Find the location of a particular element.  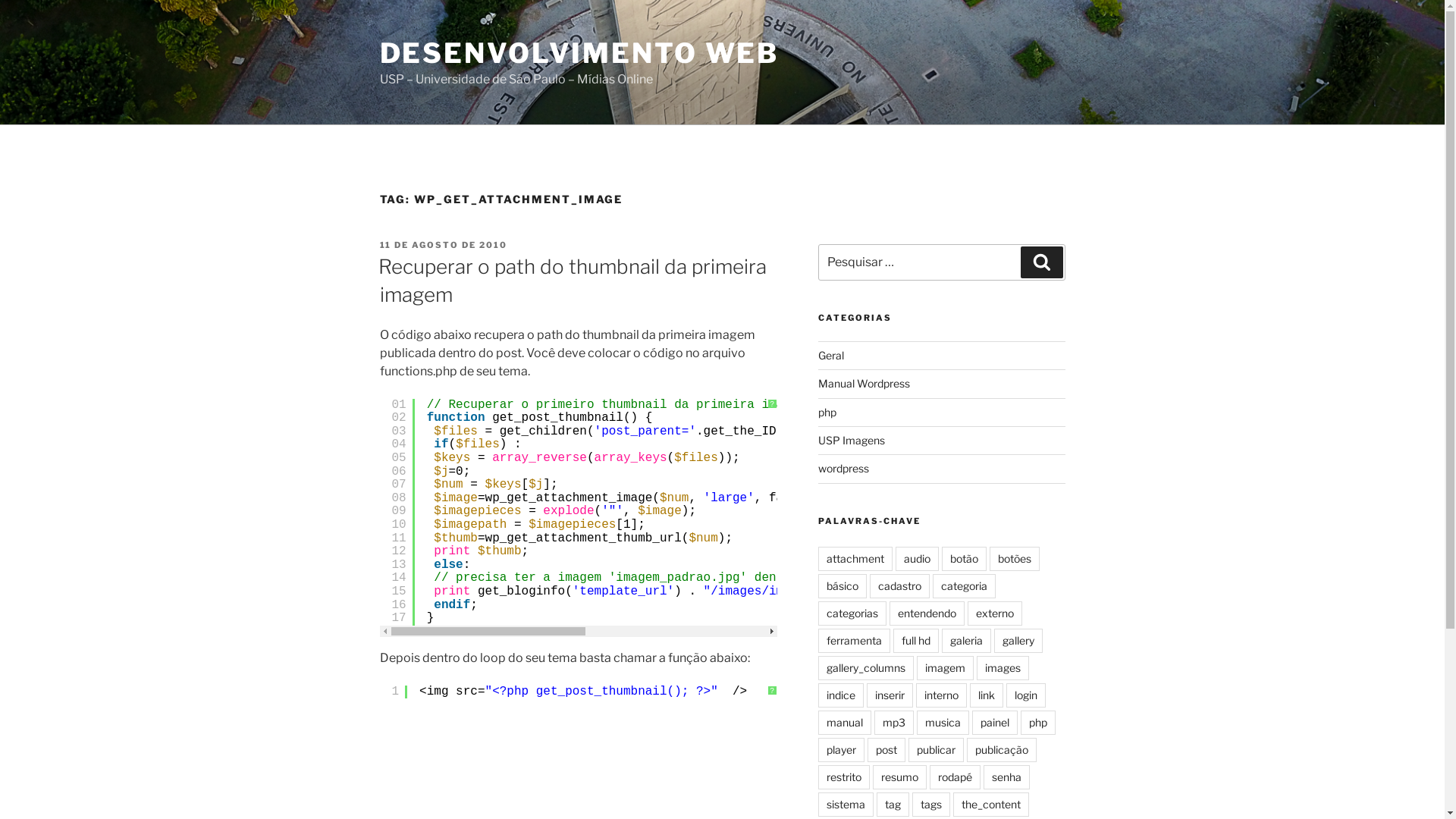

'cadastro' is located at coordinates (899, 585).